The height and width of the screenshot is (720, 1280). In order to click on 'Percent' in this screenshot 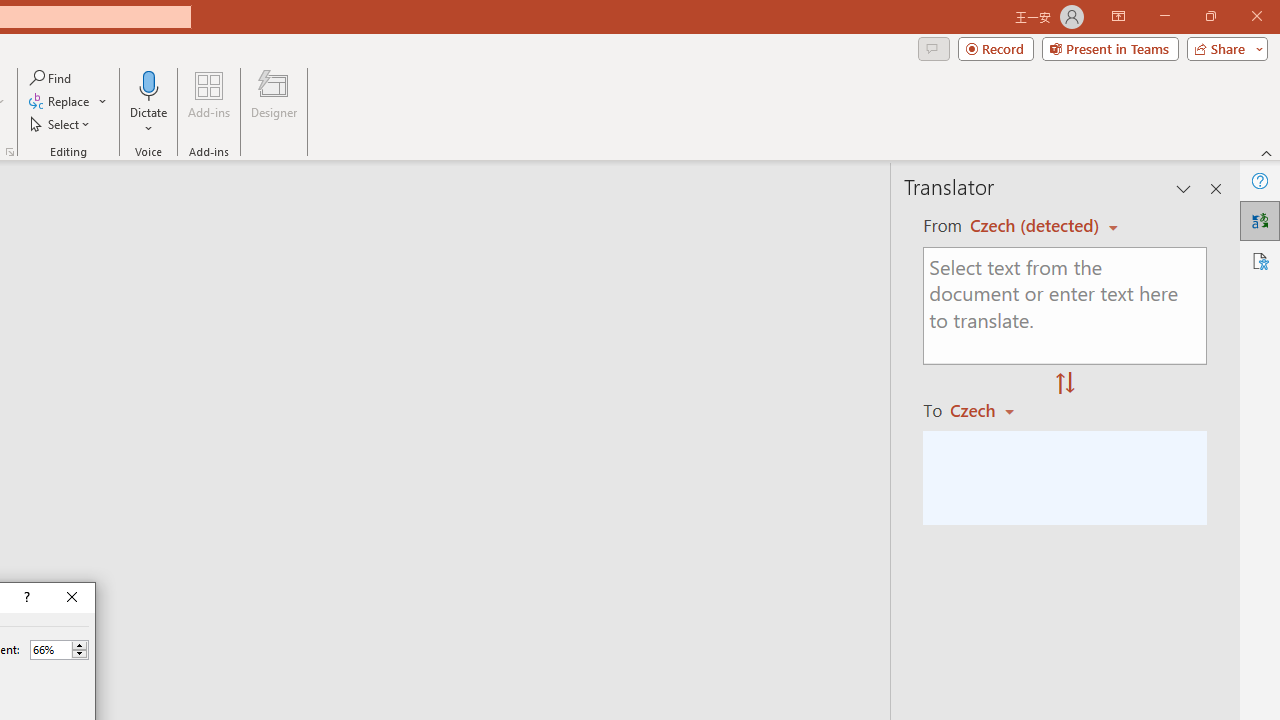, I will do `click(59, 650)`.